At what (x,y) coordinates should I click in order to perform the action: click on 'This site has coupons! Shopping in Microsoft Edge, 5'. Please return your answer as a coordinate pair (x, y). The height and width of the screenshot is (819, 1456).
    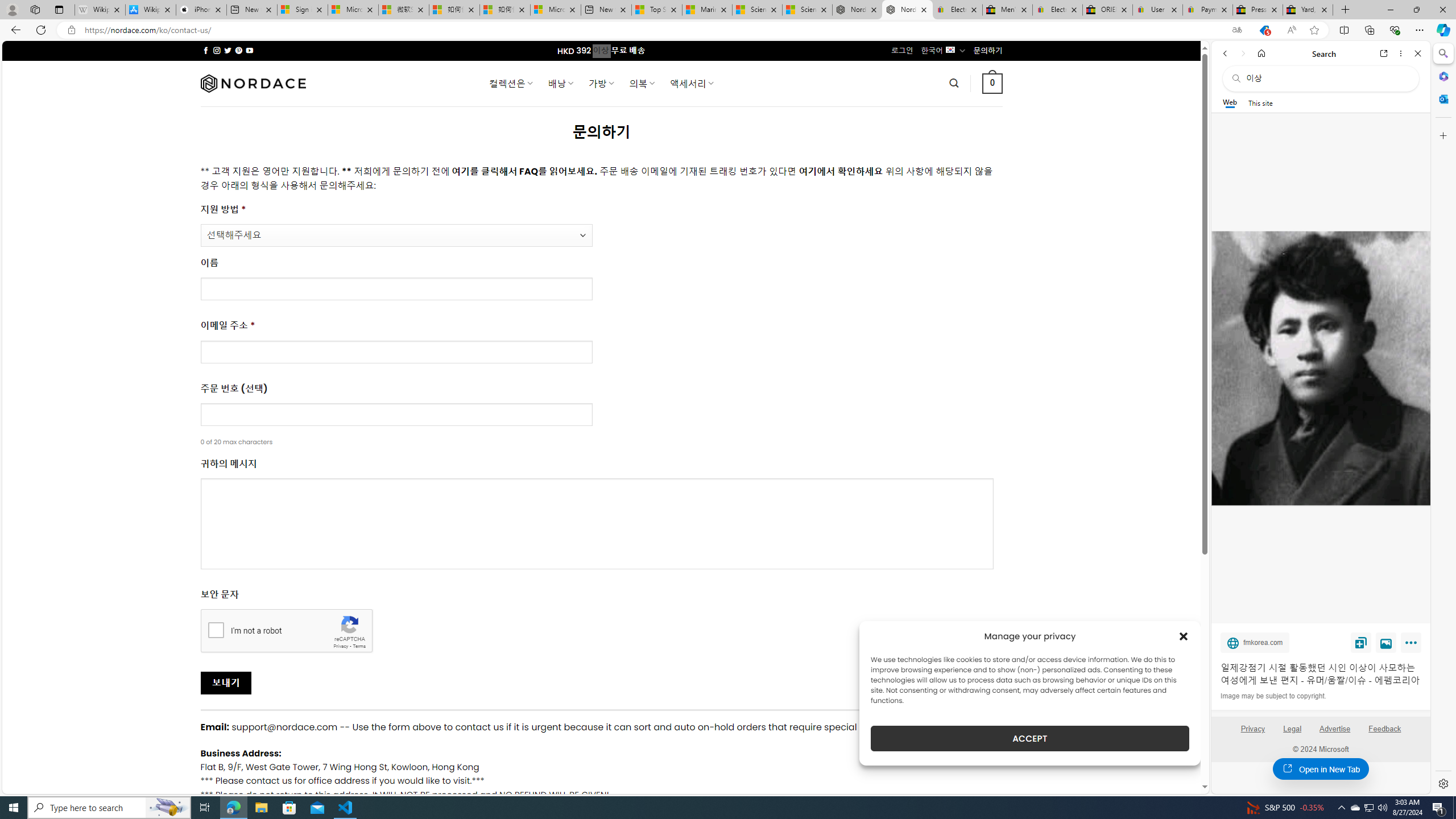
    Looking at the image, I should click on (1263, 30).